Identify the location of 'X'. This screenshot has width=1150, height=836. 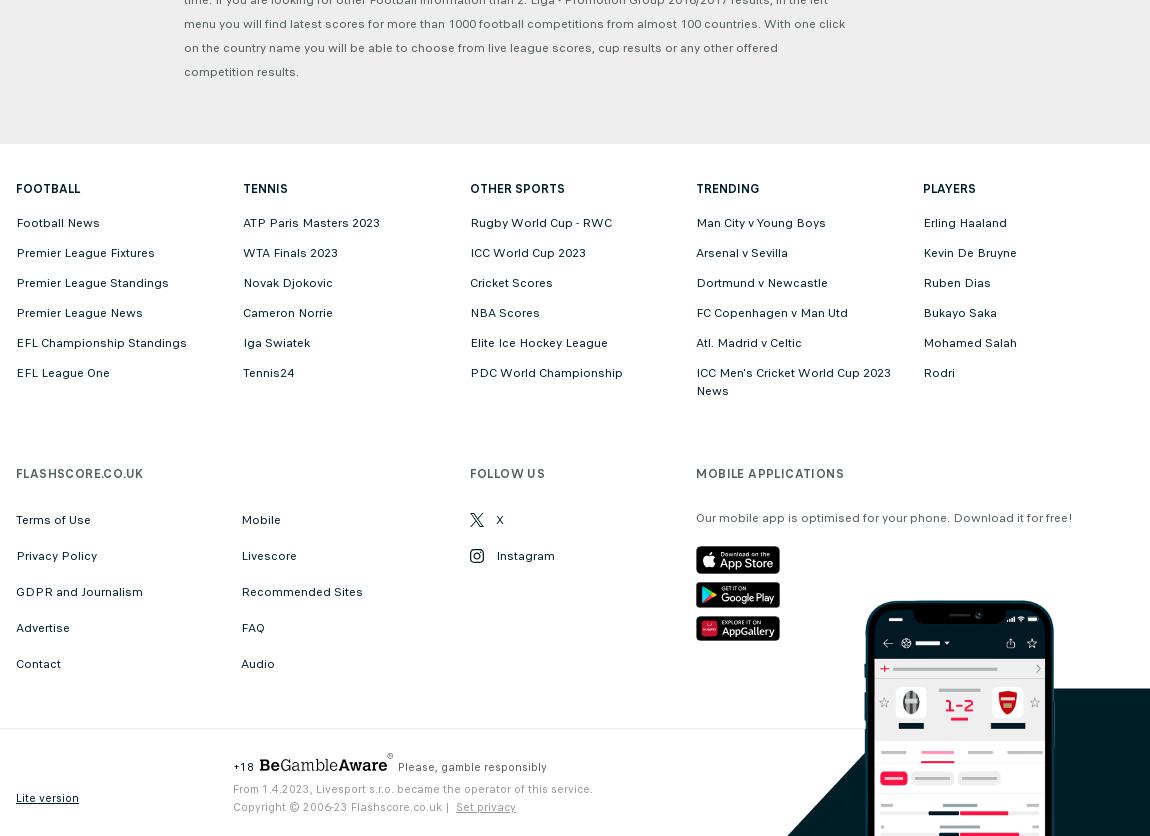
(494, 519).